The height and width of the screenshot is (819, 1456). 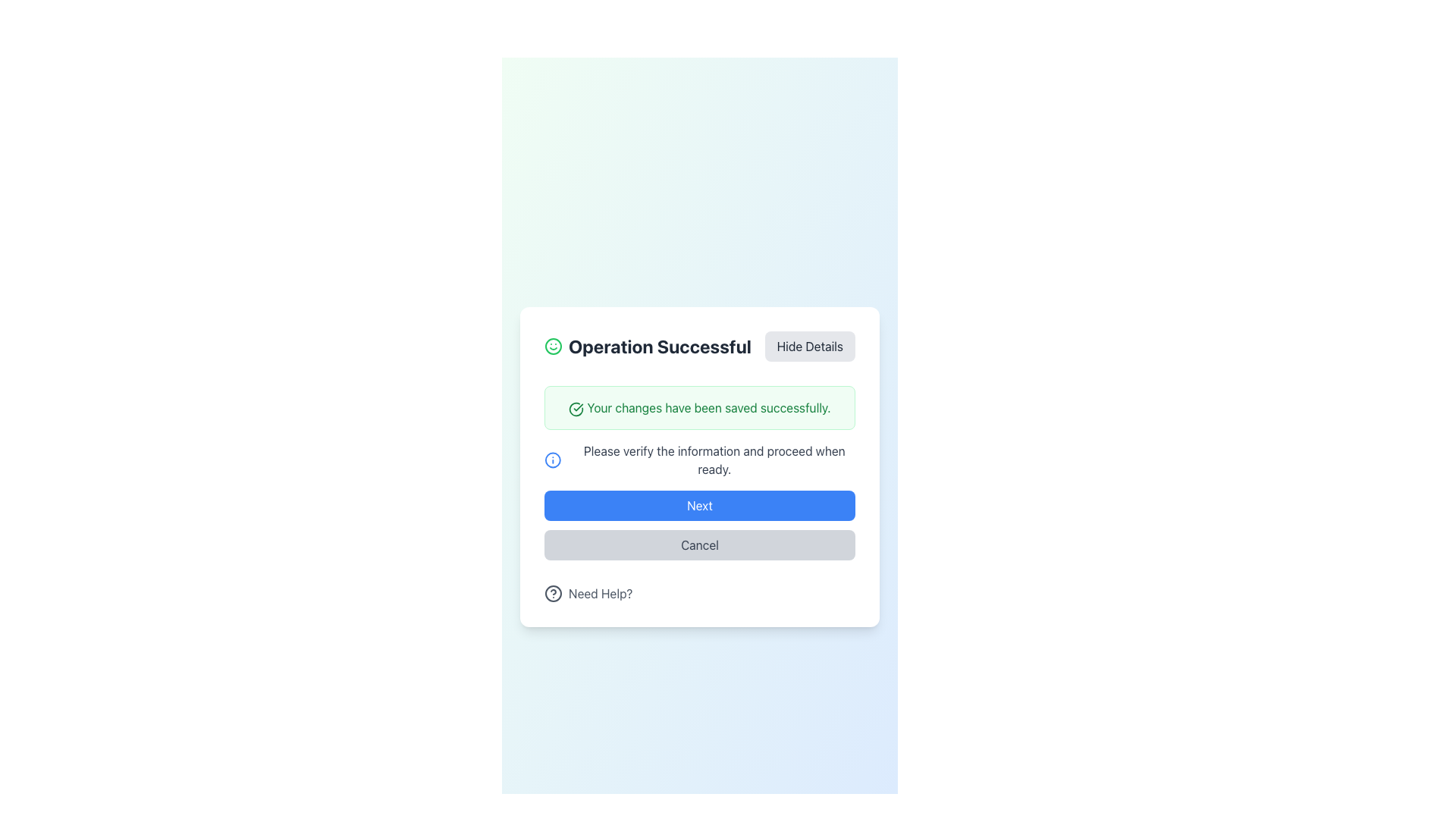 I want to click on the circular graphical indicator located near the top-left corner of the inner message box within the SVG graphic, so click(x=552, y=459).